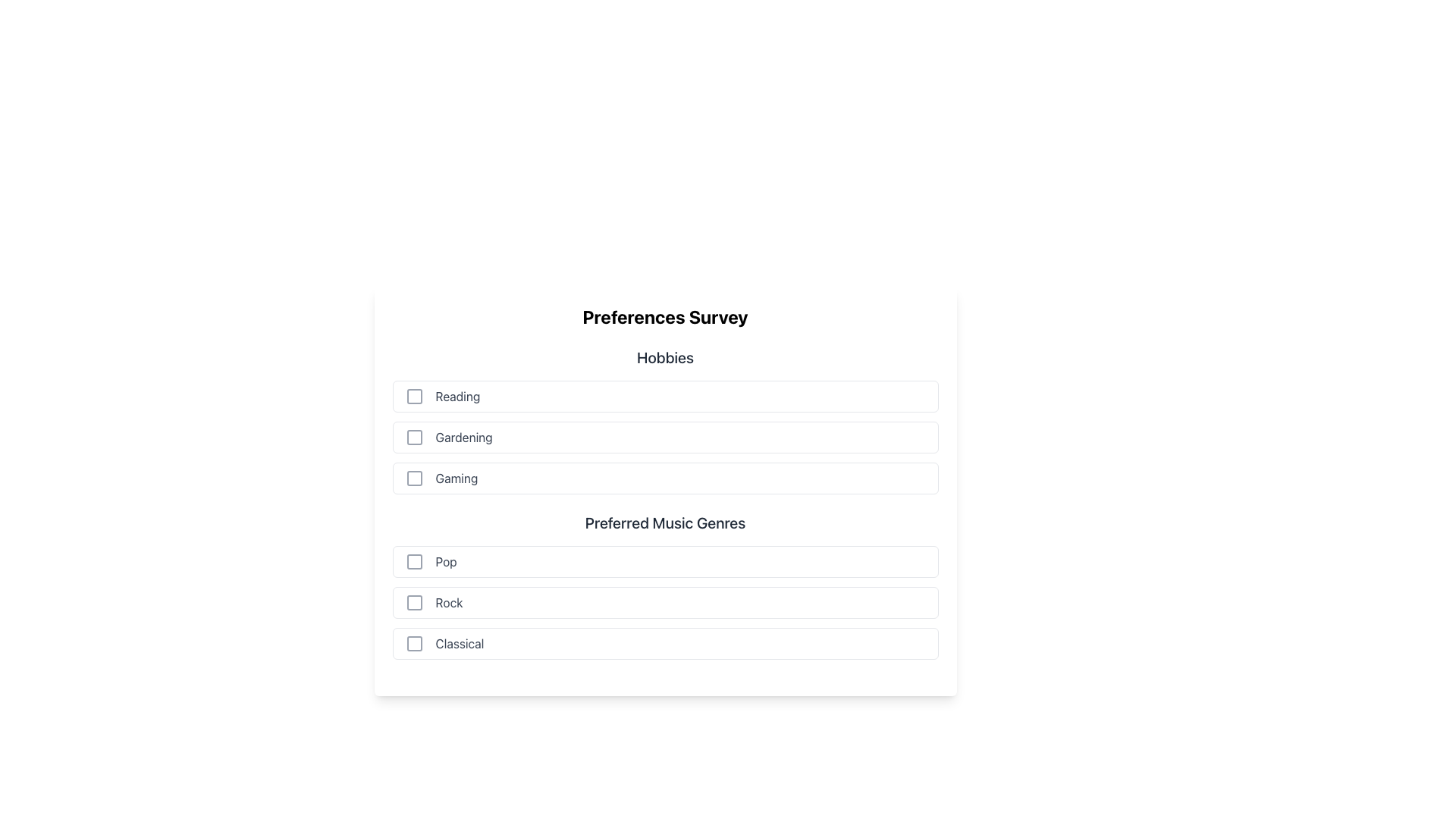 The height and width of the screenshot is (819, 1456). What do you see at coordinates (665, 601) in the screenshot?
I see `the 'Rock' checkbox option under the 'Preferred Music Genres' section to trigger its hover state` at bounding box center [665, 601].